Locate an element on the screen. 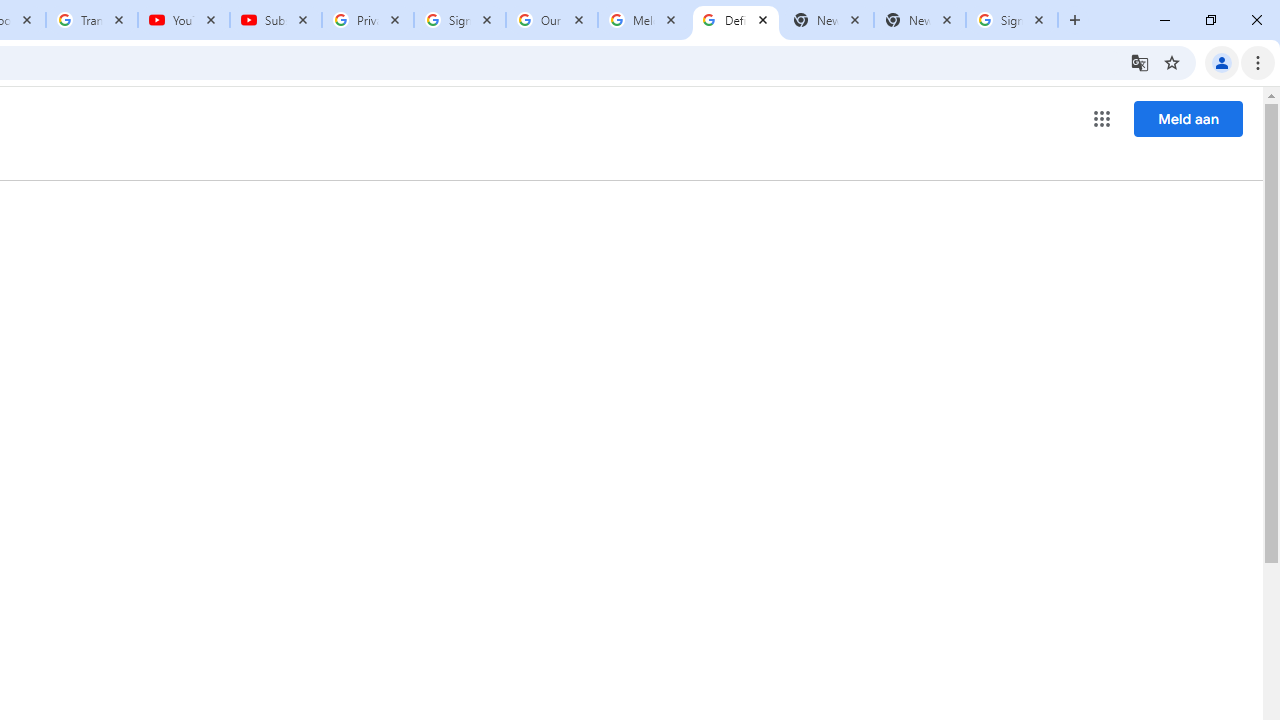  'Meld aan' is located at coordinates (1188, 118).